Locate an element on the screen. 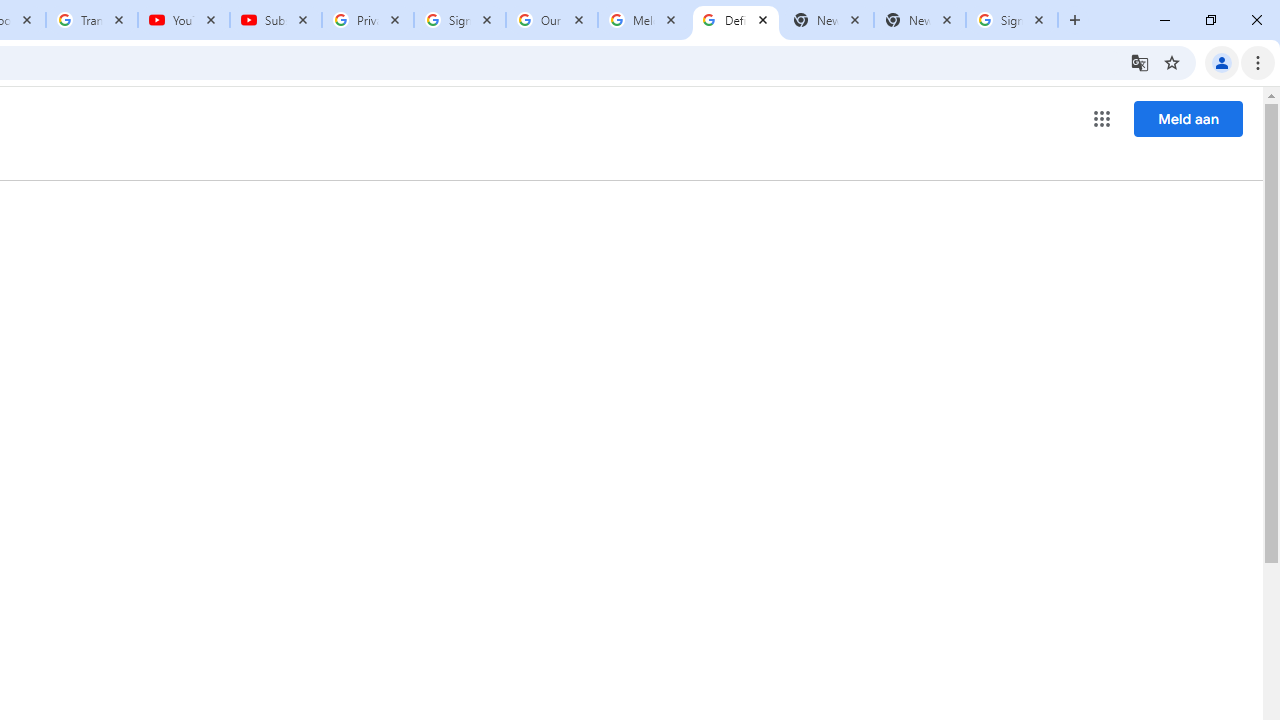  'Meld aan' is located at coordinates (1188, 118).